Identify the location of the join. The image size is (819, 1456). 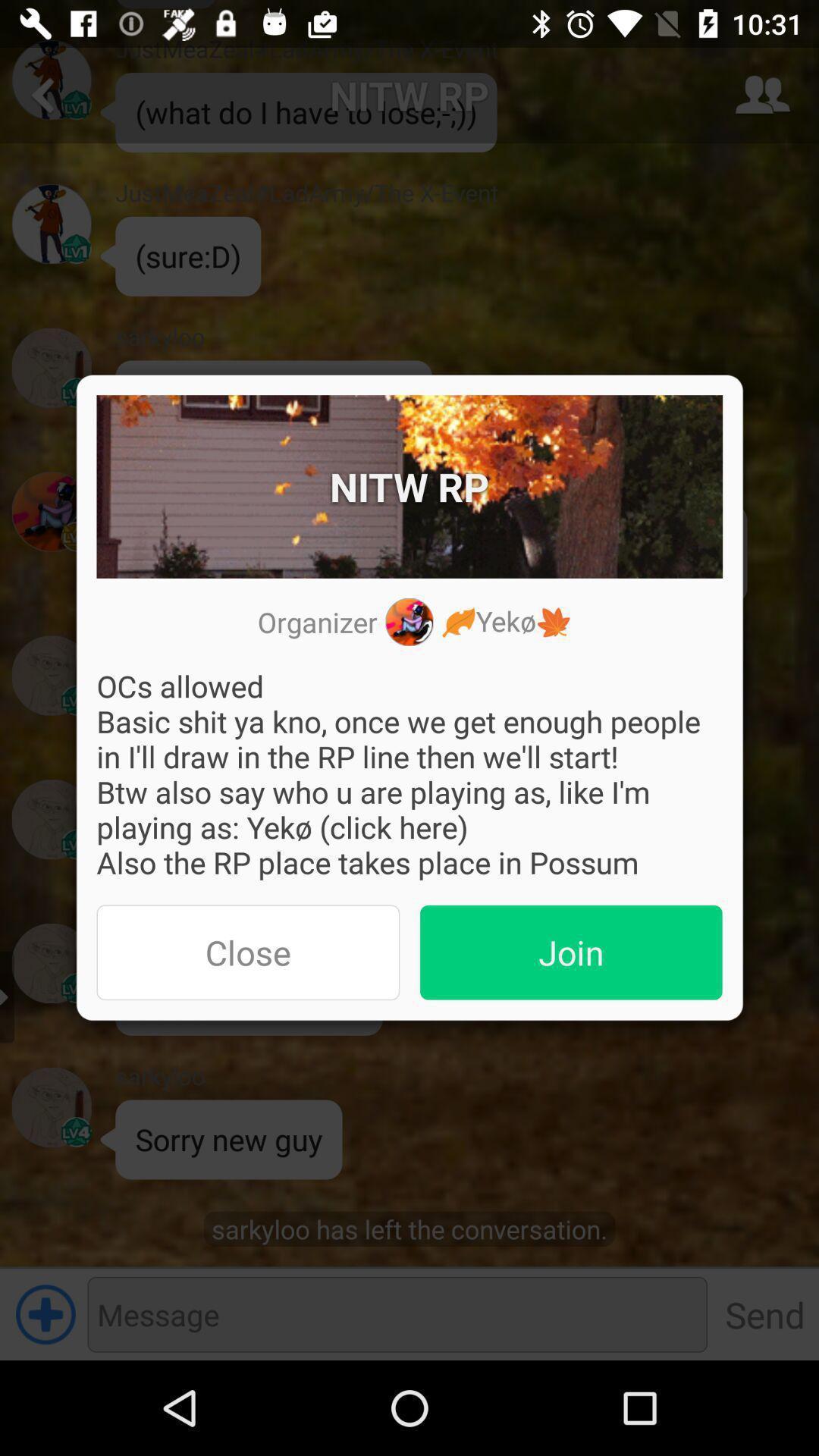
(571, 952).